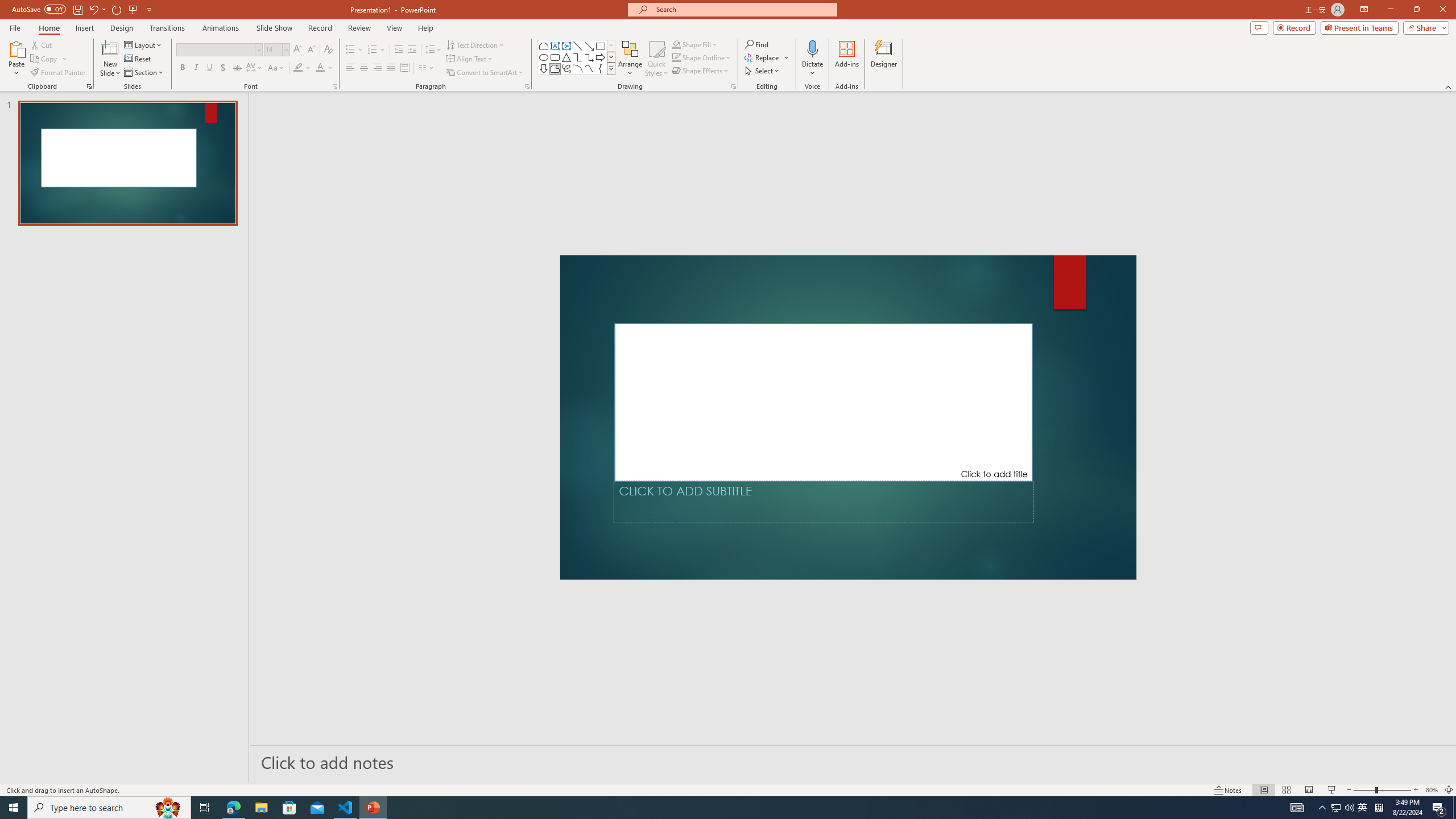 The height and width of the screenshot is (819, 1456). I want to click on 'Subtitle TextBox', so click(823, 501).